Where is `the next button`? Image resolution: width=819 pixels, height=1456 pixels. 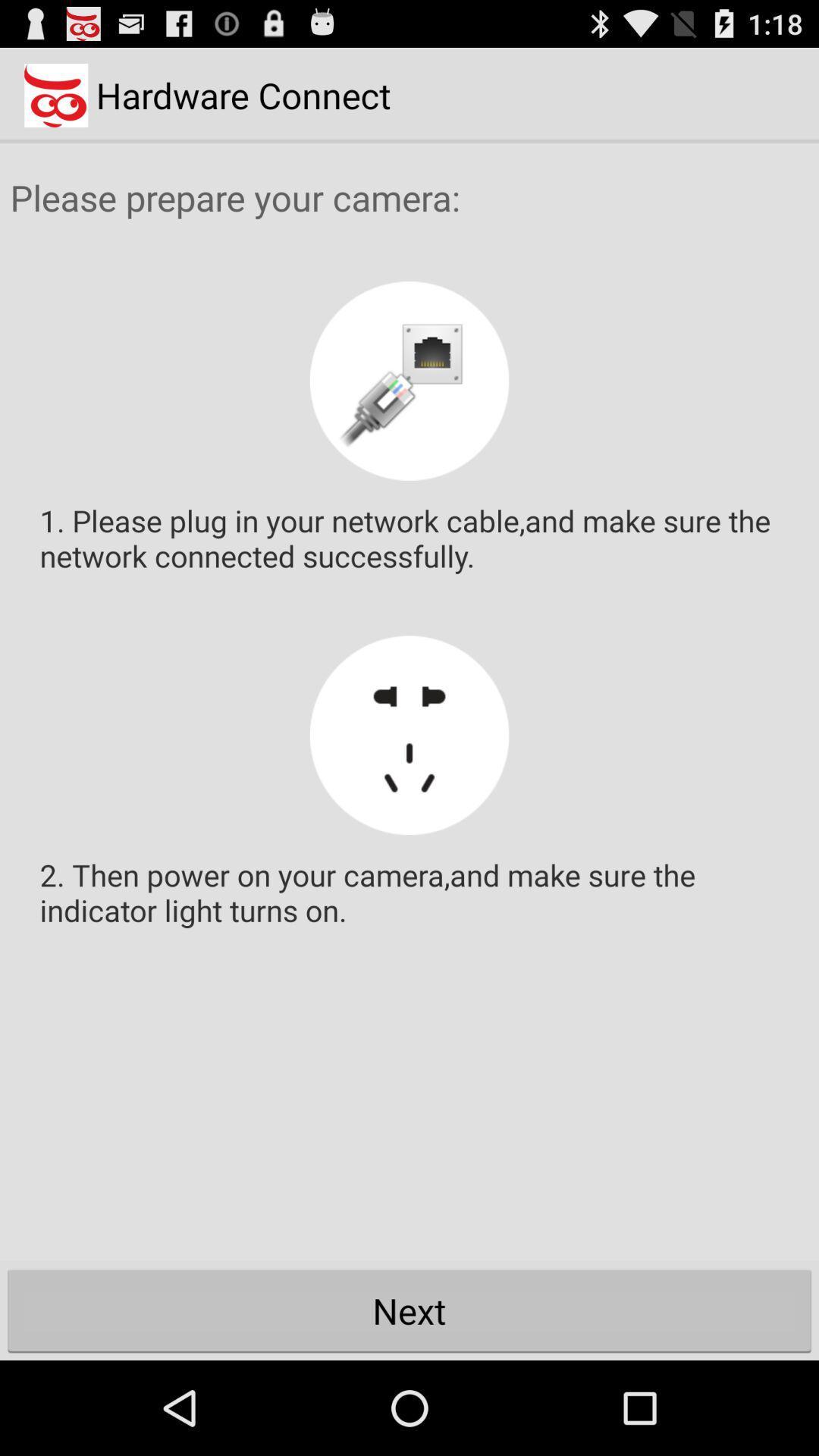 the next button is located at coordinates (409, 1310).